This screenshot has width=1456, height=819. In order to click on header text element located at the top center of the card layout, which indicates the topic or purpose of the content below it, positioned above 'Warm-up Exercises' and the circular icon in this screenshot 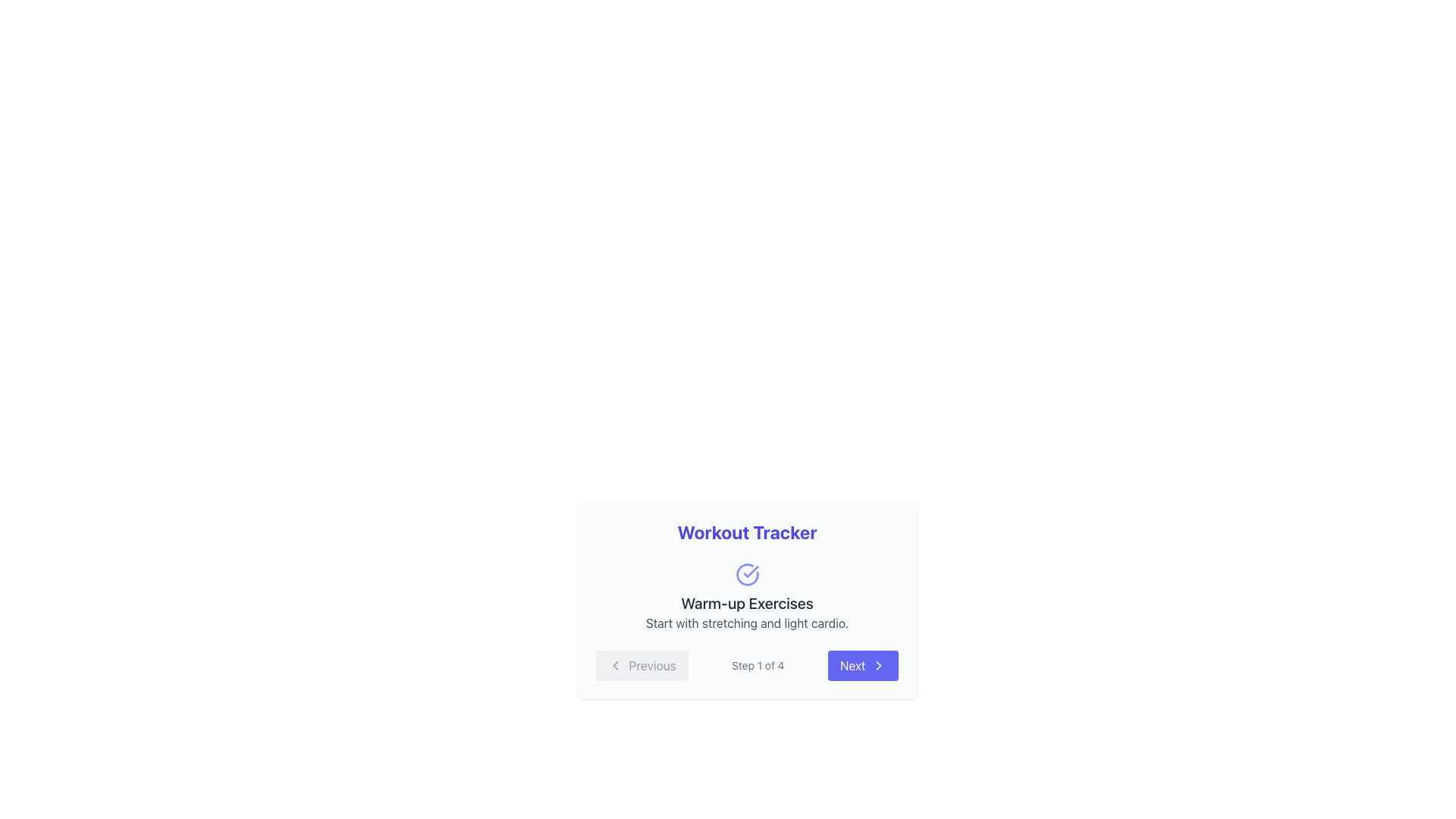, I will do `click(747, 532)`.